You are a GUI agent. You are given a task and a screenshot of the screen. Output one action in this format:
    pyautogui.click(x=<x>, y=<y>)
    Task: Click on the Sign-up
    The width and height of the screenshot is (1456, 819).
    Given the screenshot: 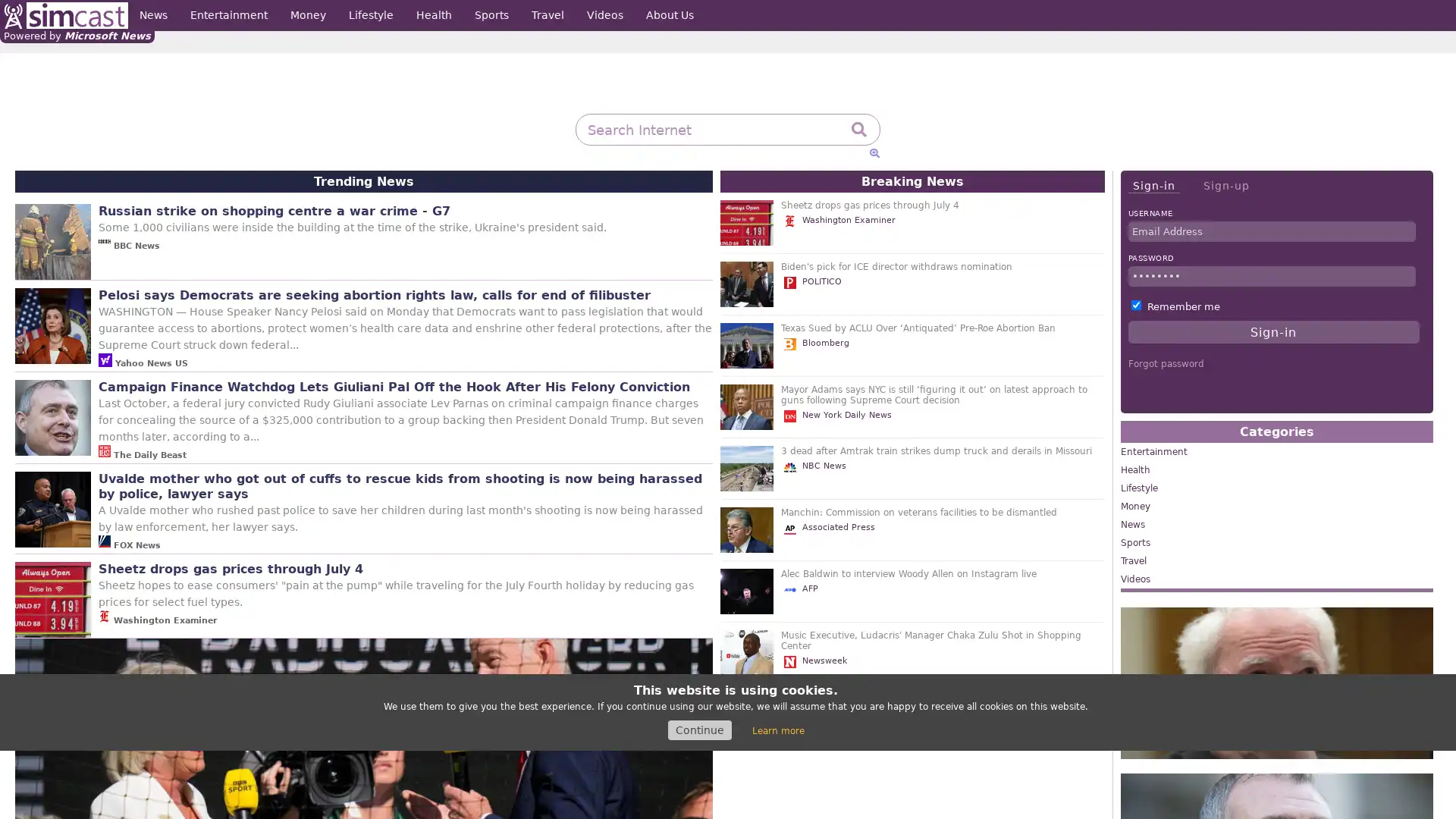 What is the action you would take?
    pyautogui.click(x=1225, y=185)
    